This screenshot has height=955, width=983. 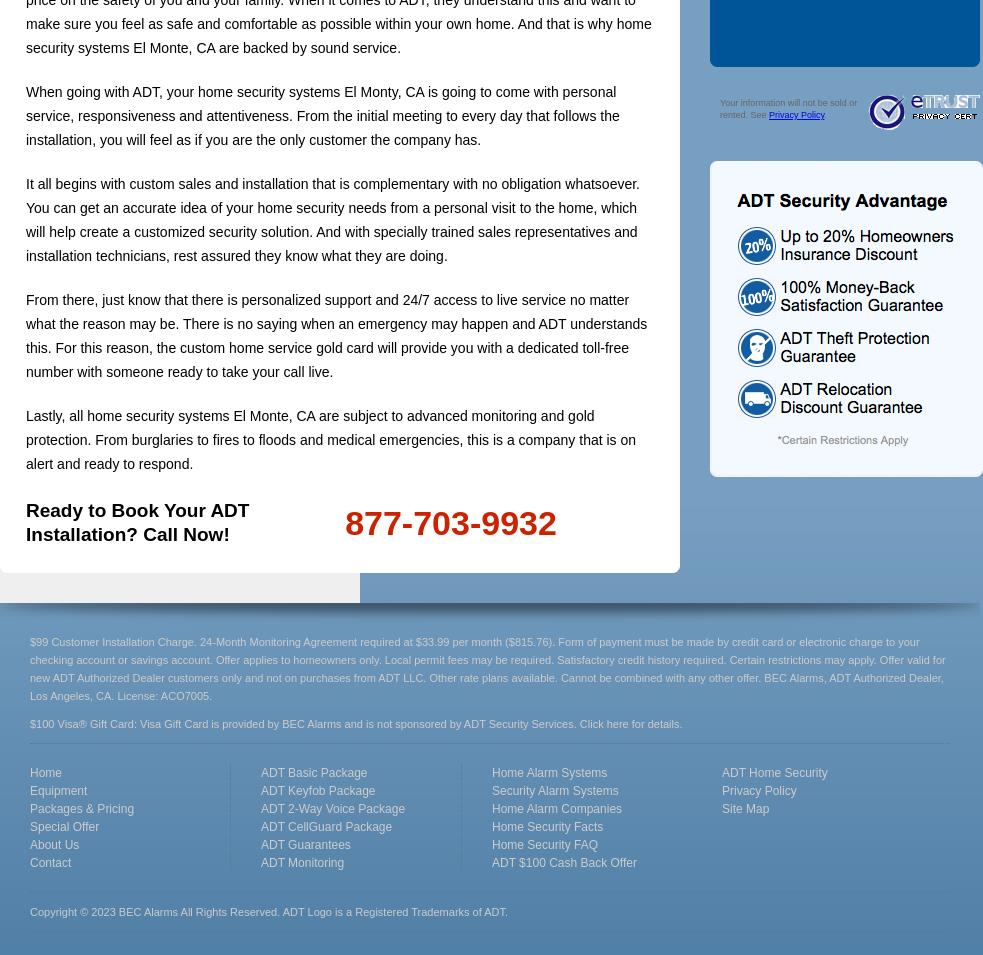 I want to click on 'Ready to Book Your ADT Installation? Call Now!', so click(x=24, y=522).